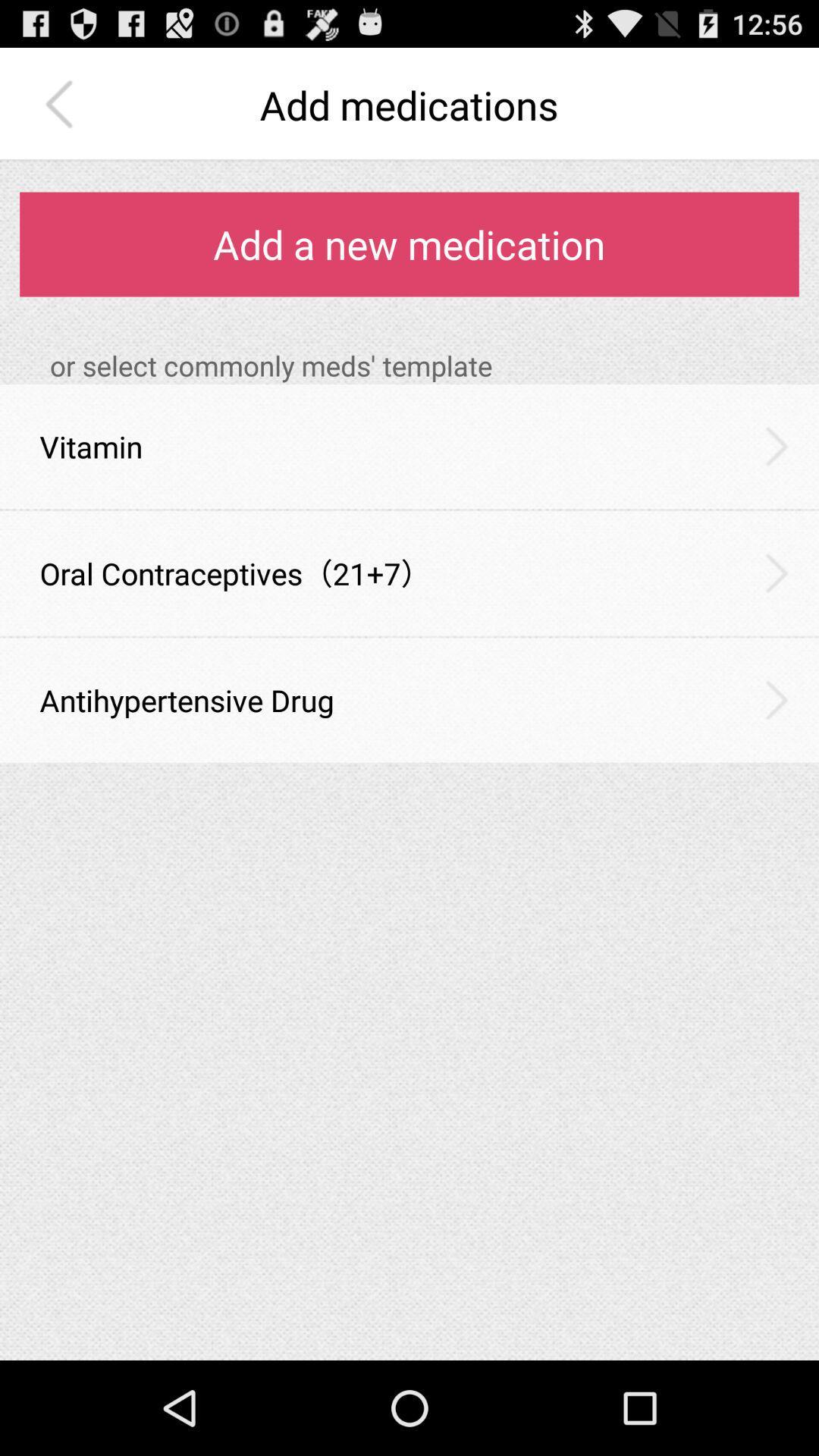 Image resolution: width=819 pixels, height=1456 pixels. I want to click on the item to the right of vitamin icon, so click(777, 445).